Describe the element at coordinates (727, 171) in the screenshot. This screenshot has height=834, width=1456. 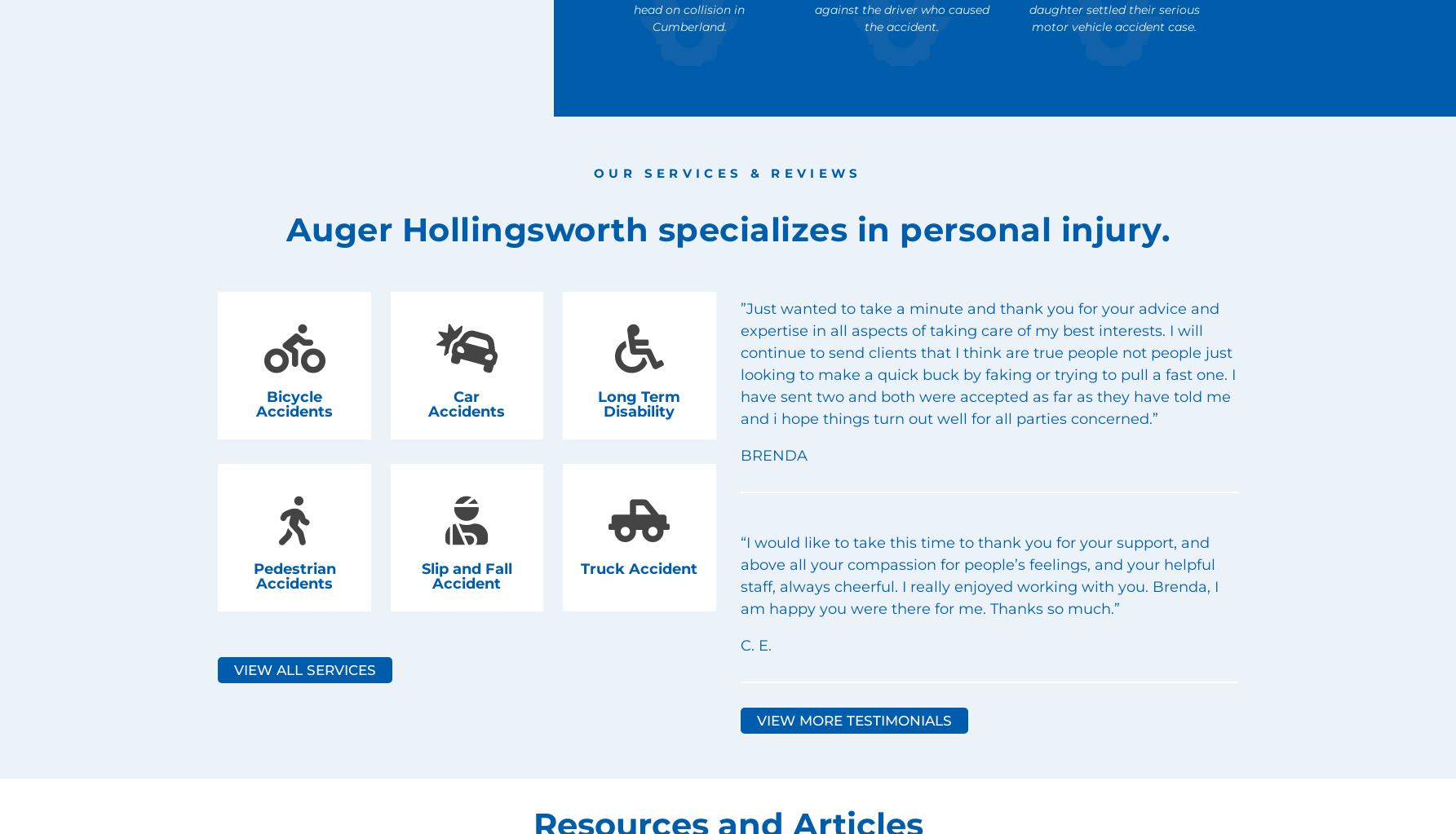
I see `'OUR SERVICES & REVIEWS'` at that location.